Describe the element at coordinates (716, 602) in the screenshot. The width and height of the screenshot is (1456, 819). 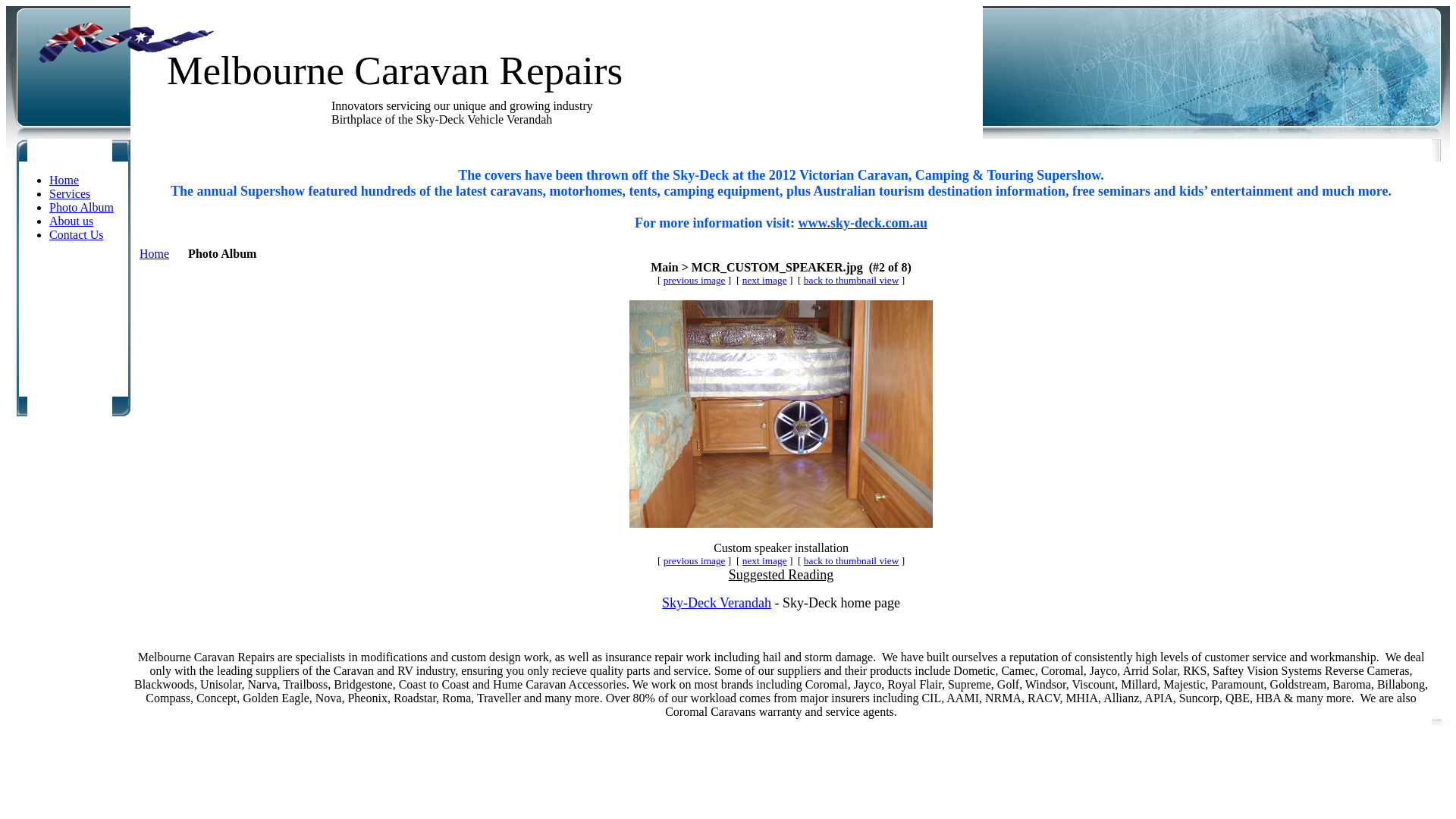
I see `'Sky-Deck Verandah'` at that location.